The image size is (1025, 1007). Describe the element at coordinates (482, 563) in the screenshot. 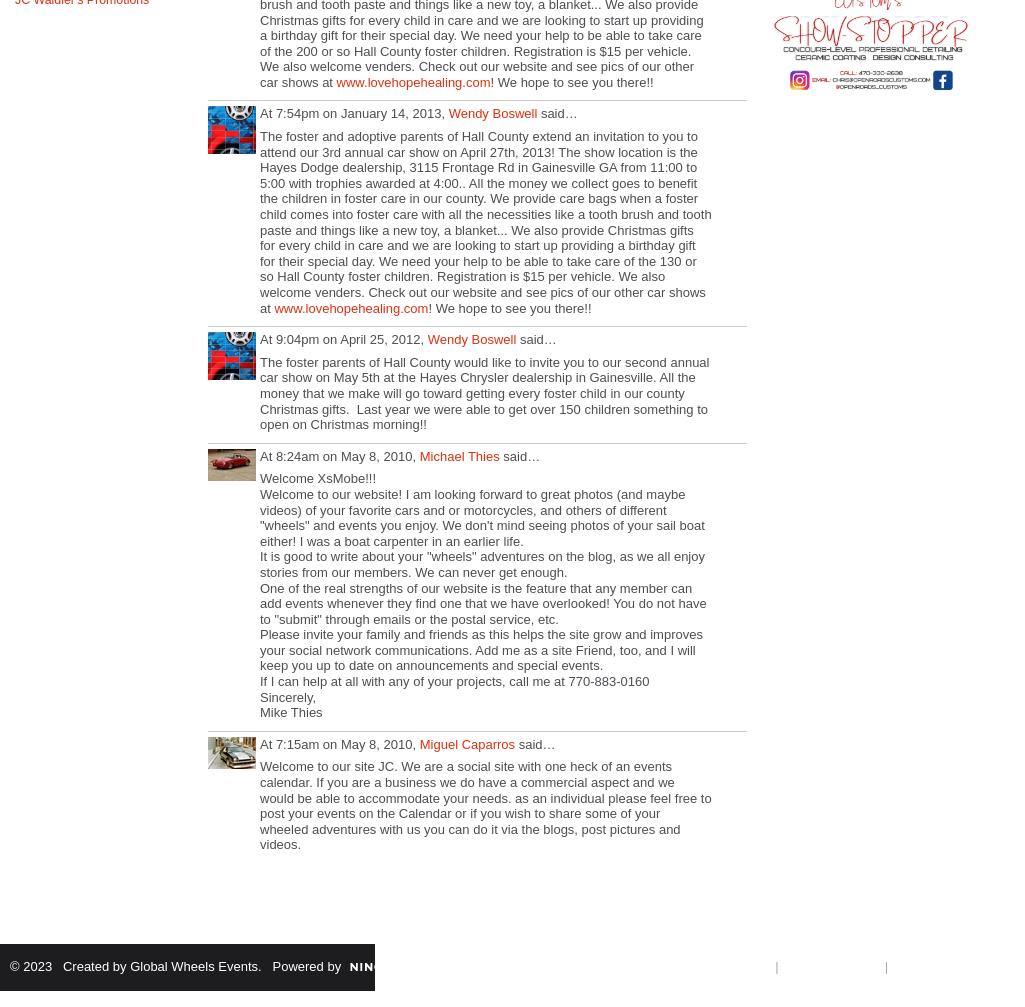

I see `'It is good to write about your "wheels" adventures on the blog, as we all enjoy stories from our members. We can never get enough.'` at that location.